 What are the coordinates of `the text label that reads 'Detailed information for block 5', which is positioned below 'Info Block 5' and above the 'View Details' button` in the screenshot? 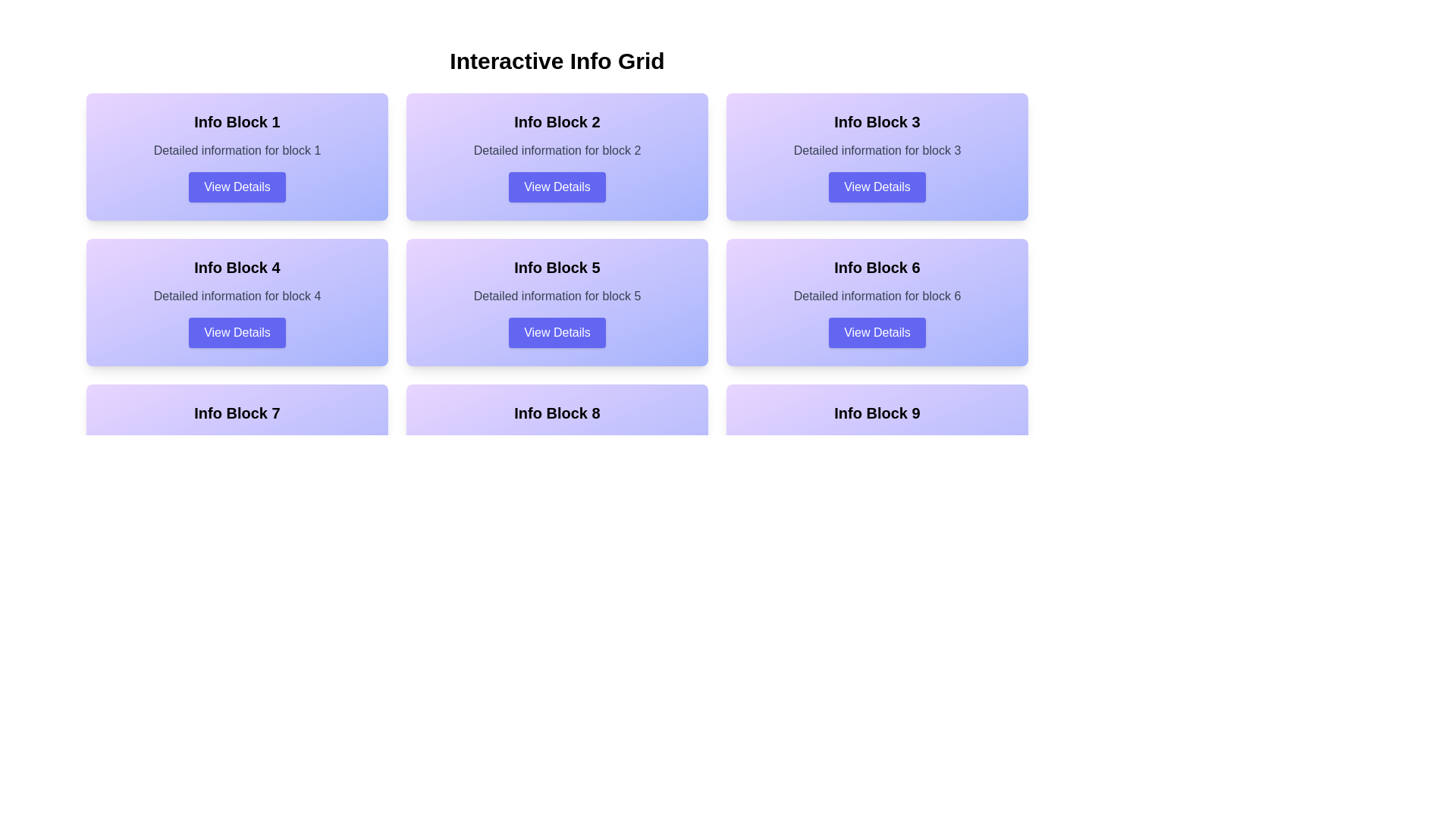 It's located at (556, 296).